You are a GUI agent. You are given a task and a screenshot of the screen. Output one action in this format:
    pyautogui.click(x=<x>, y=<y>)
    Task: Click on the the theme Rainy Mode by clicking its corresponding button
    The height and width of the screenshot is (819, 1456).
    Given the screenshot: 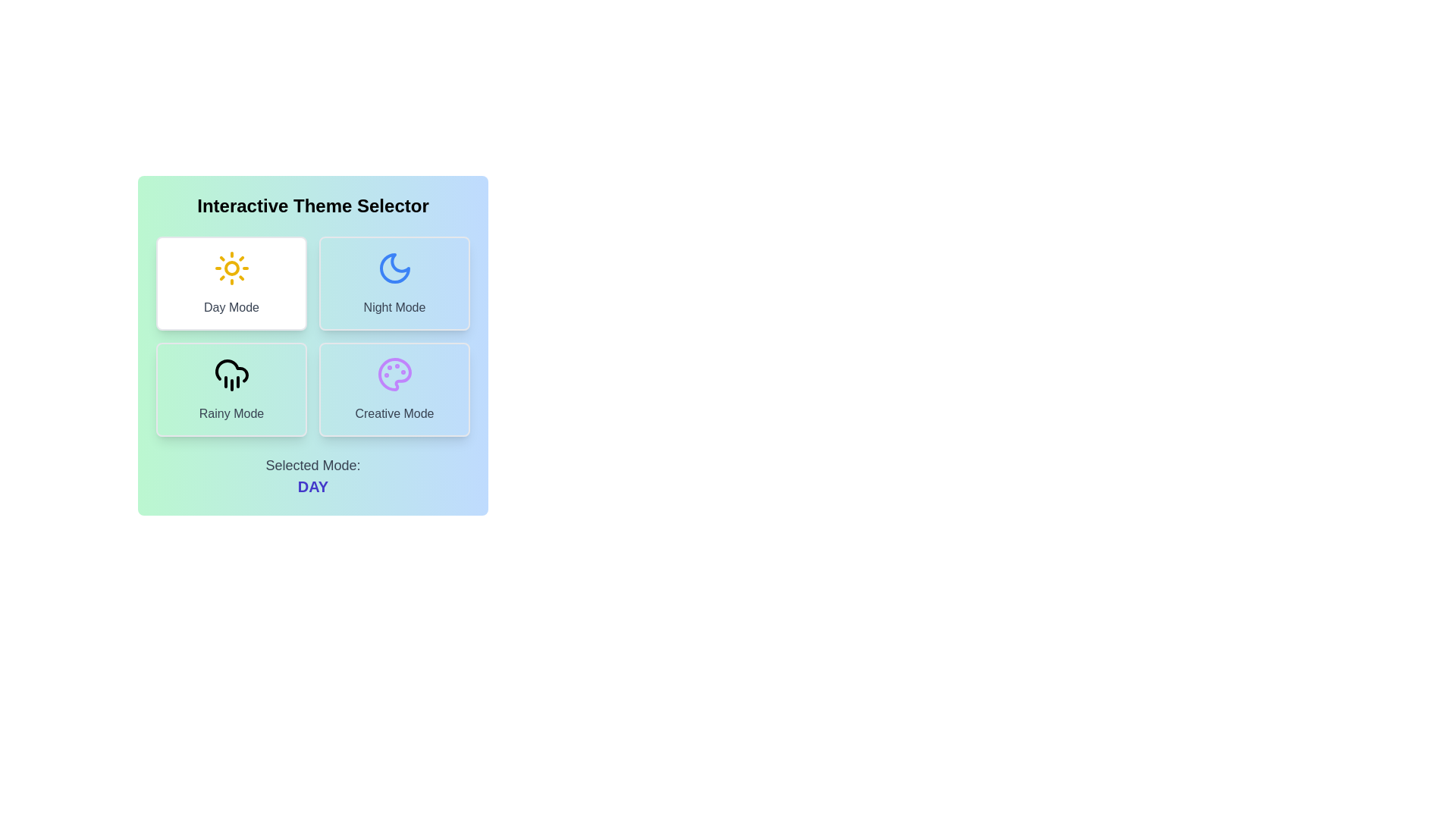 What is the action you would take?
    pyautogui.click(x=231, y=388)
    